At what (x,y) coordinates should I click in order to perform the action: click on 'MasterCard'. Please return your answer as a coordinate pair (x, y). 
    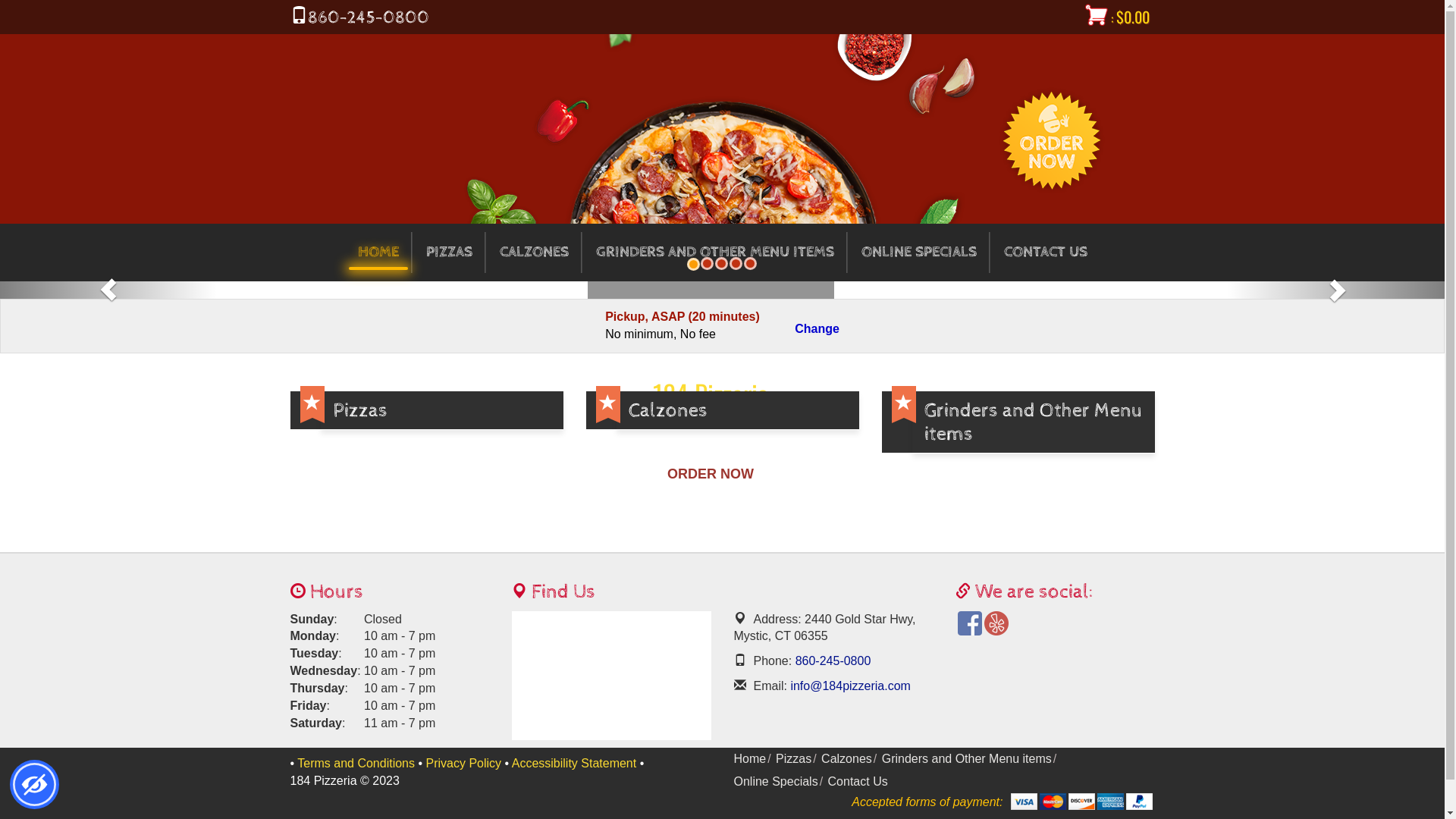
    Looking at the image, I should click on (1037, 800).